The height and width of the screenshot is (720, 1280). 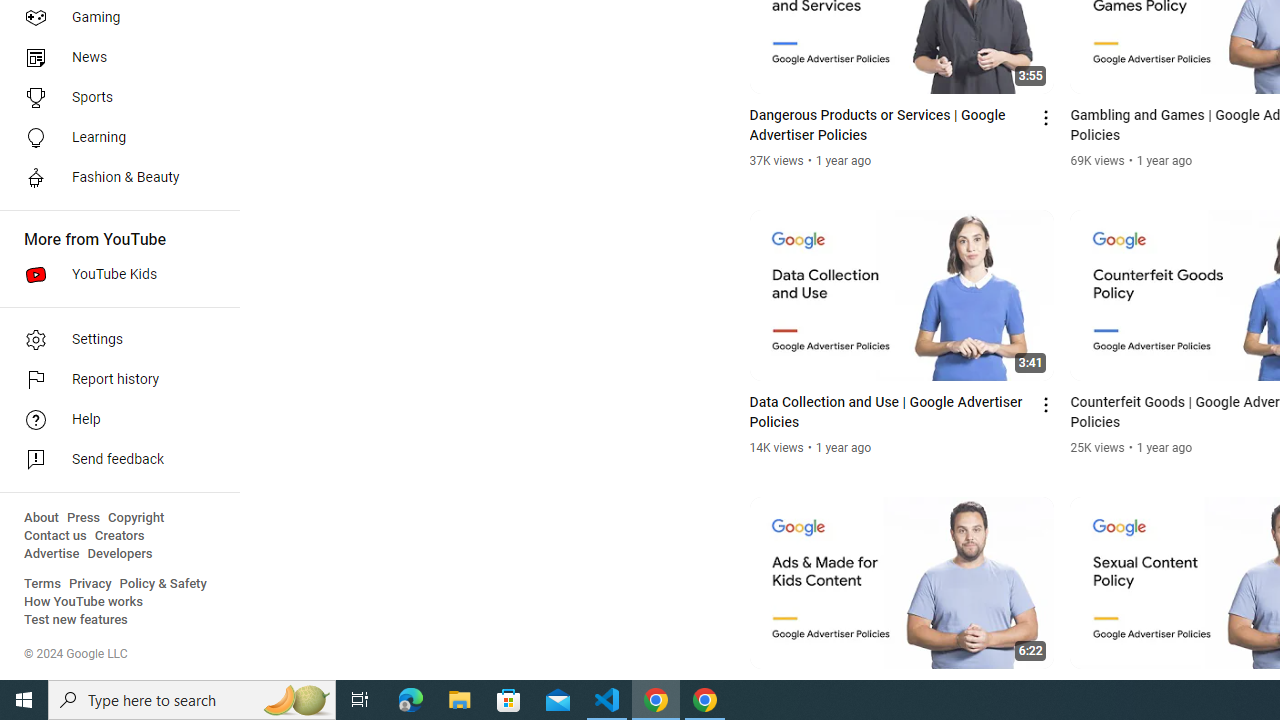 What do you see at coordinates (112, 56) in the screenshot?
I see `'News'` at bounding box center [112, 56].